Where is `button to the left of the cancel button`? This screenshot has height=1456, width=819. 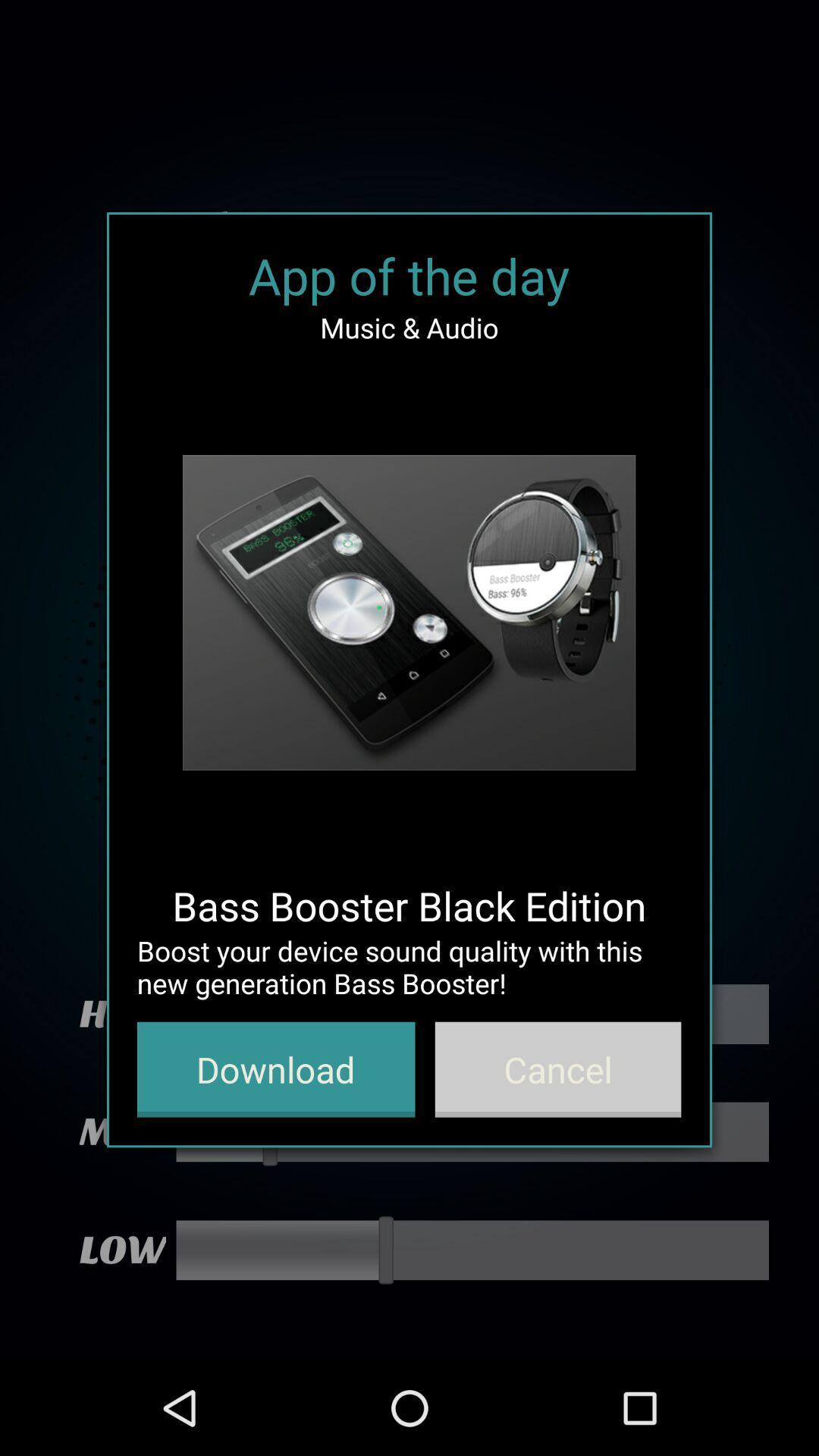 button to the left of the cancel button is located at coordinates (276, 1068).